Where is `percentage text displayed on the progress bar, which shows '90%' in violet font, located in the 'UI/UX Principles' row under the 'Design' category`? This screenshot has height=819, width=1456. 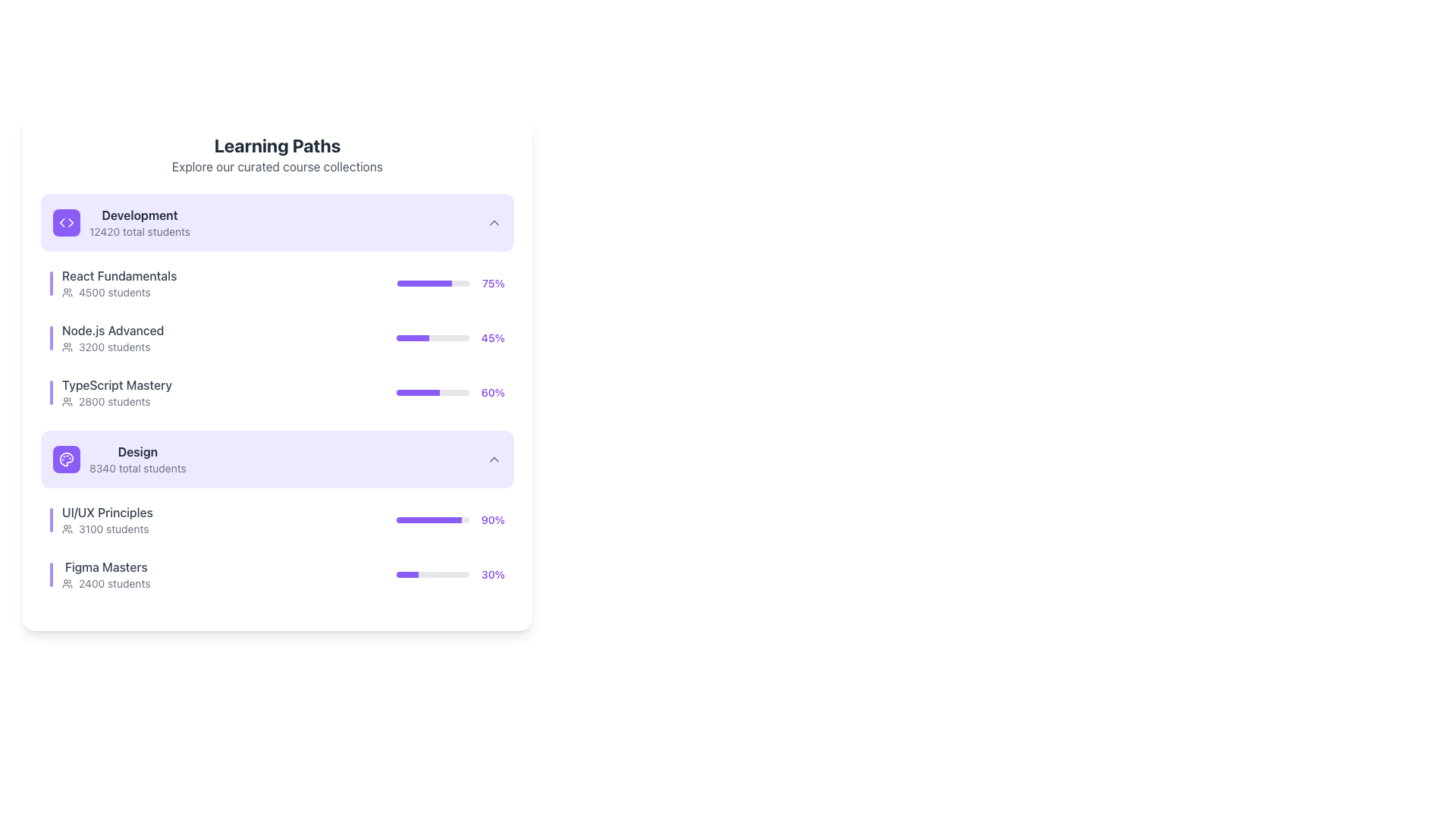
percentage text displayed on the progress bar, which shows '90%' in violet font, located in the 'UI/UX Principles' row under the 'Design' category is located at coordinates (450, 519).